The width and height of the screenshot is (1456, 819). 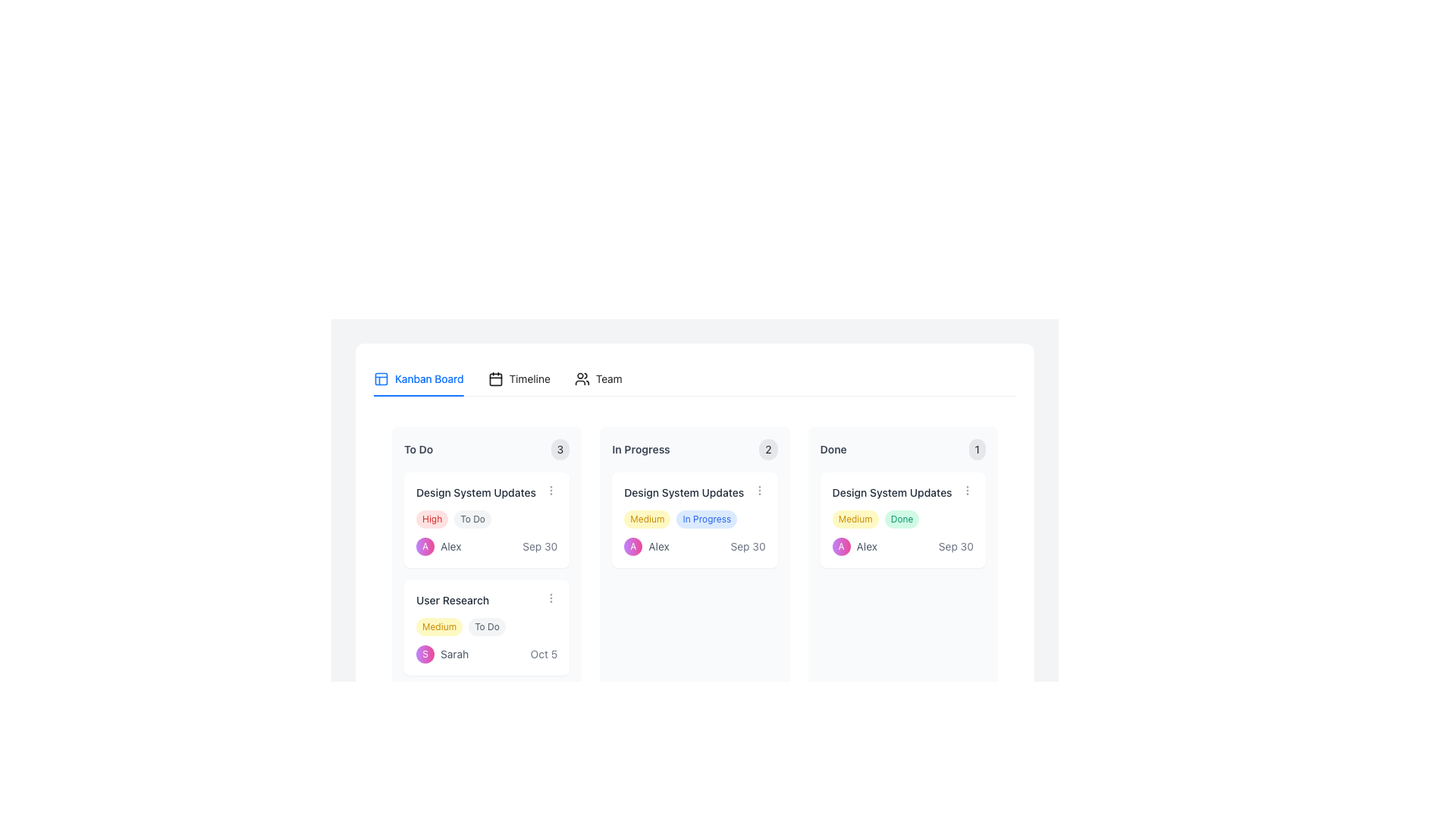 What do you see at coordinates (647, 547) in the screenshot?
I see `the user identity indicator for 'Alex' in the 'In Progress' section of the Kanban board that indicates the task 'Design System Updates.'` at bounding box center [647, 547].